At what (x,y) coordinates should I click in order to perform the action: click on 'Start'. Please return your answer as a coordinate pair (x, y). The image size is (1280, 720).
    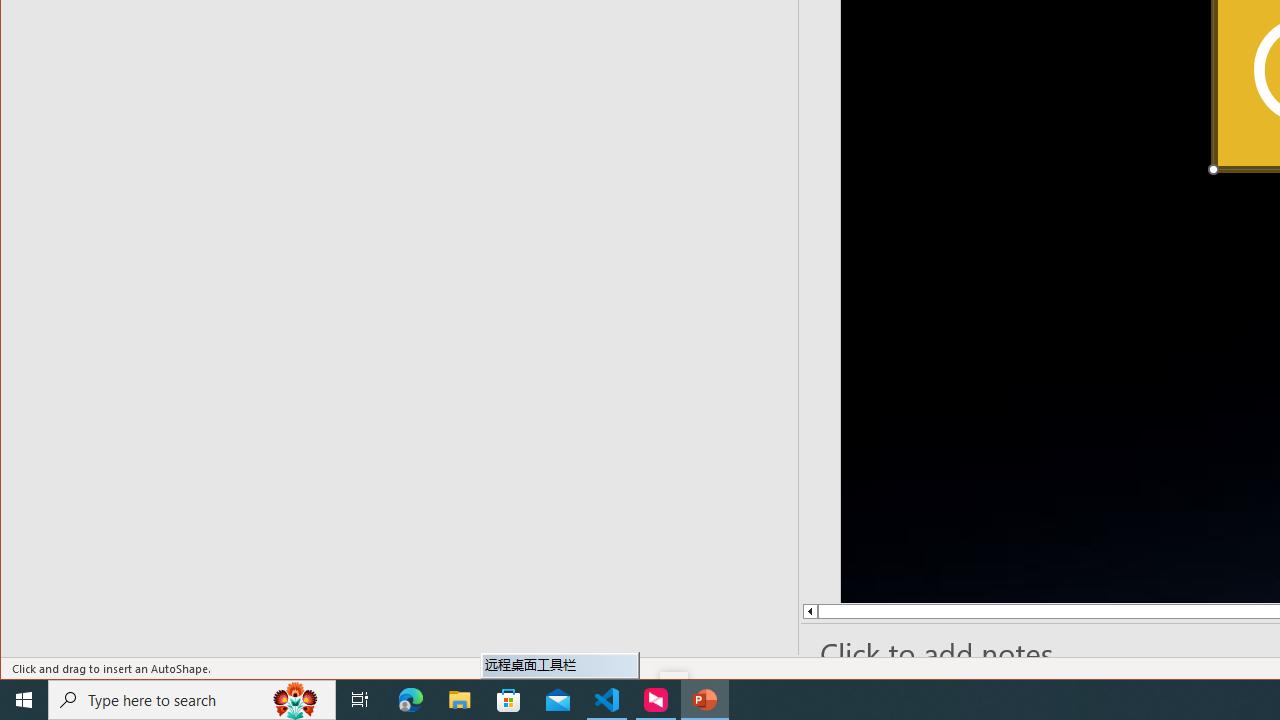
    Looking at the image, I should click on (24, 698).